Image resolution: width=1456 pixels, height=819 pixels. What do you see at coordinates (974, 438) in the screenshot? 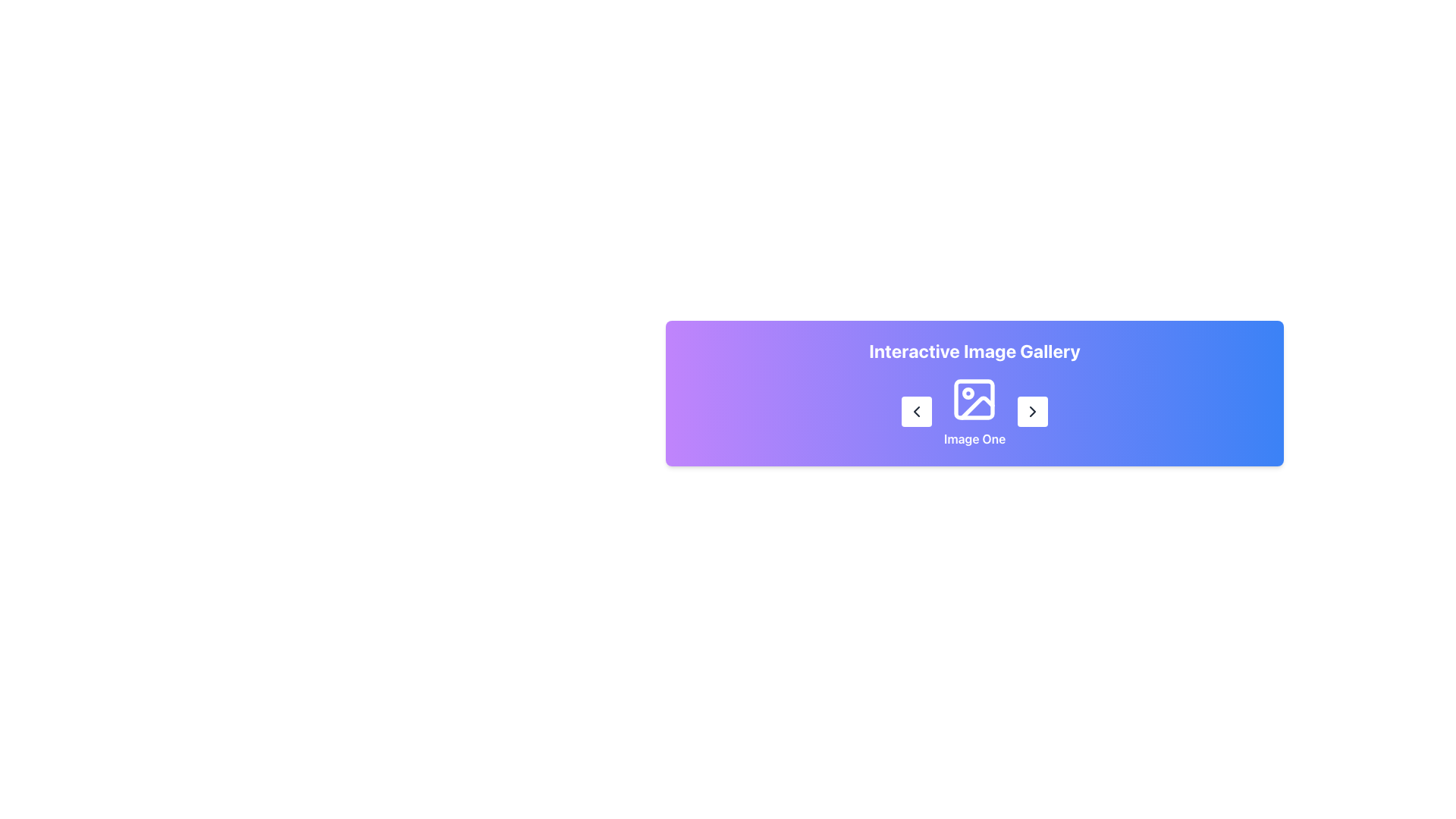
I see `the 'Image One' text label, which is displayed in bold font beneath an image icon and has a blue-purple gradient background` at bounding box center [974, 438].